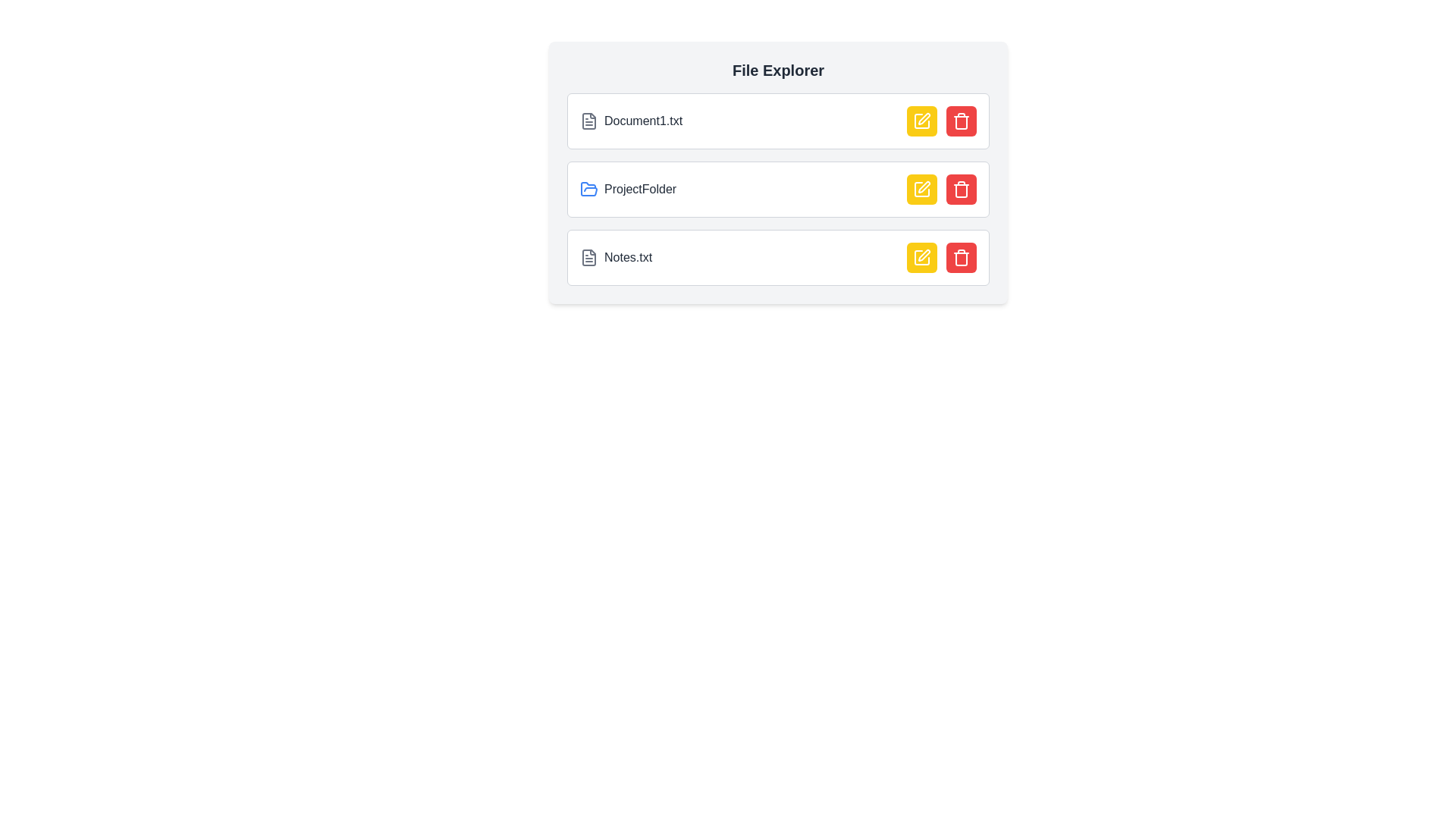 This screenshot has height=819, width=1456. What do you see at coordinates (960, 120) in the screenshot?
I see `the red delete button with a white trash icon located in the rightmost column of the first row to issue a delete command for the associated item` at bounding box center [960, 120].